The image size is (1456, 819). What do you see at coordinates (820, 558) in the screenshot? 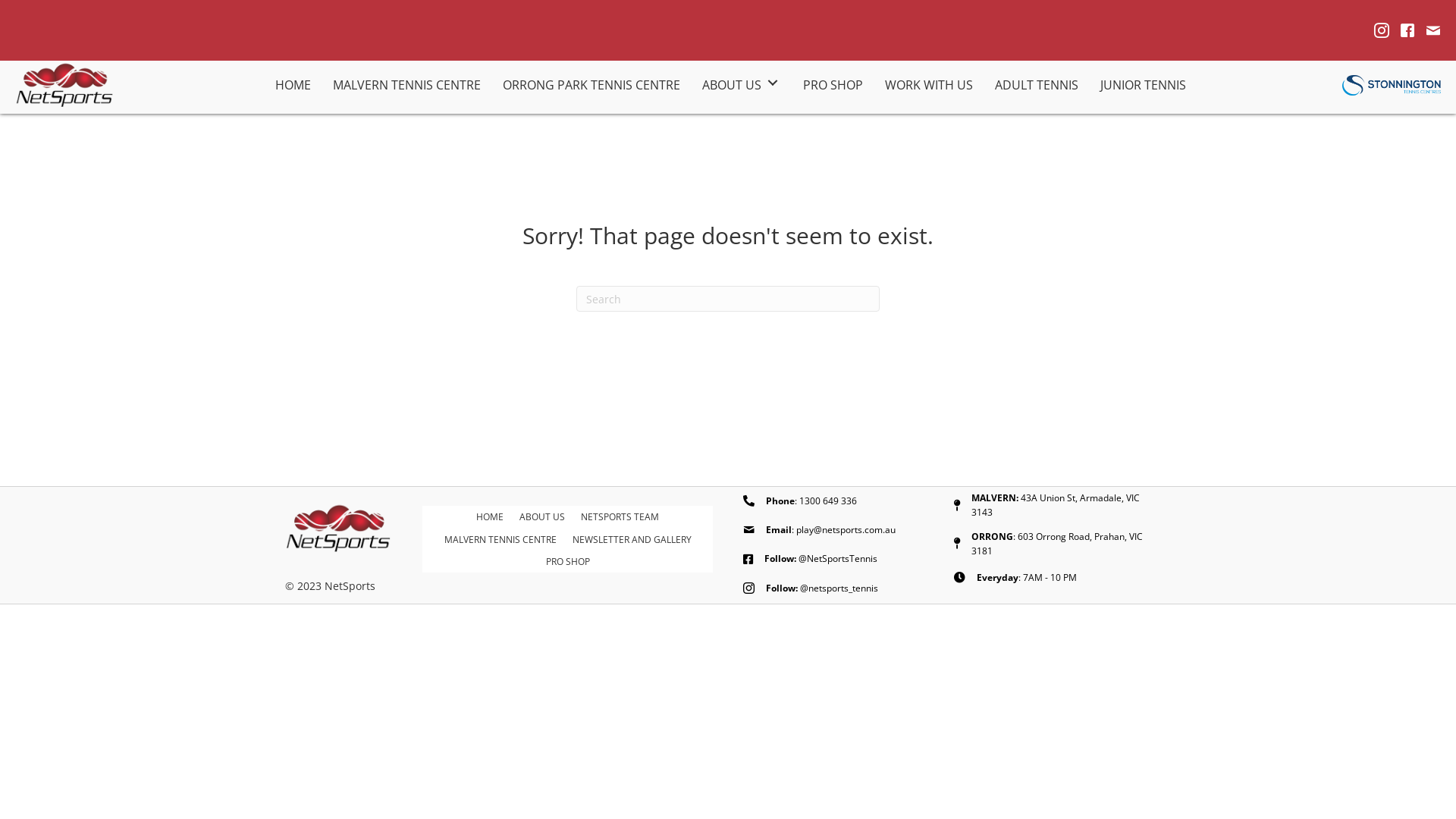
I see `'Follow: @NetSportsTennis'` at bounding box center [820, 558].